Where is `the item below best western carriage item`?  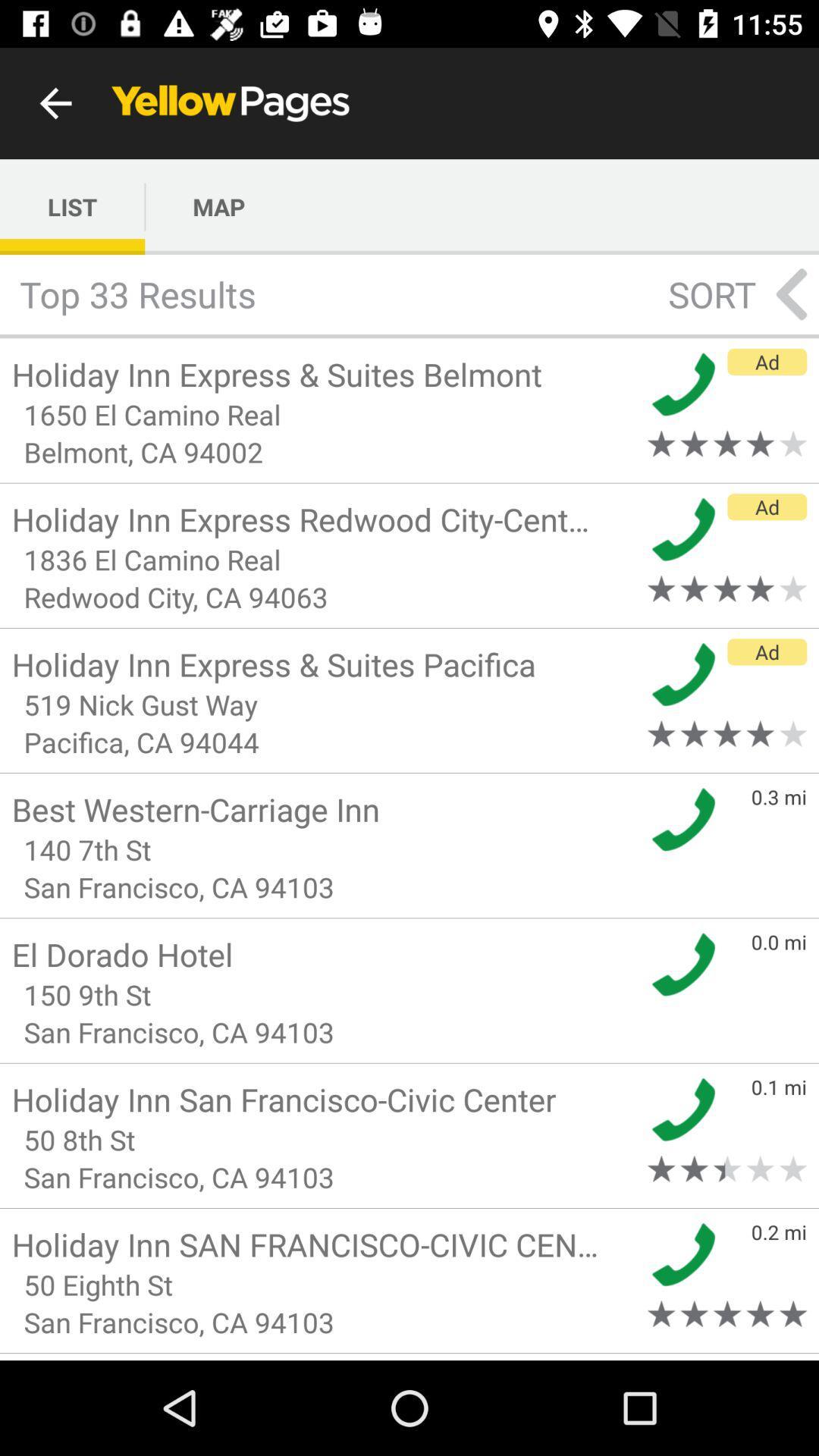
the item below best western carriage item is located at coordinates (324, 849).